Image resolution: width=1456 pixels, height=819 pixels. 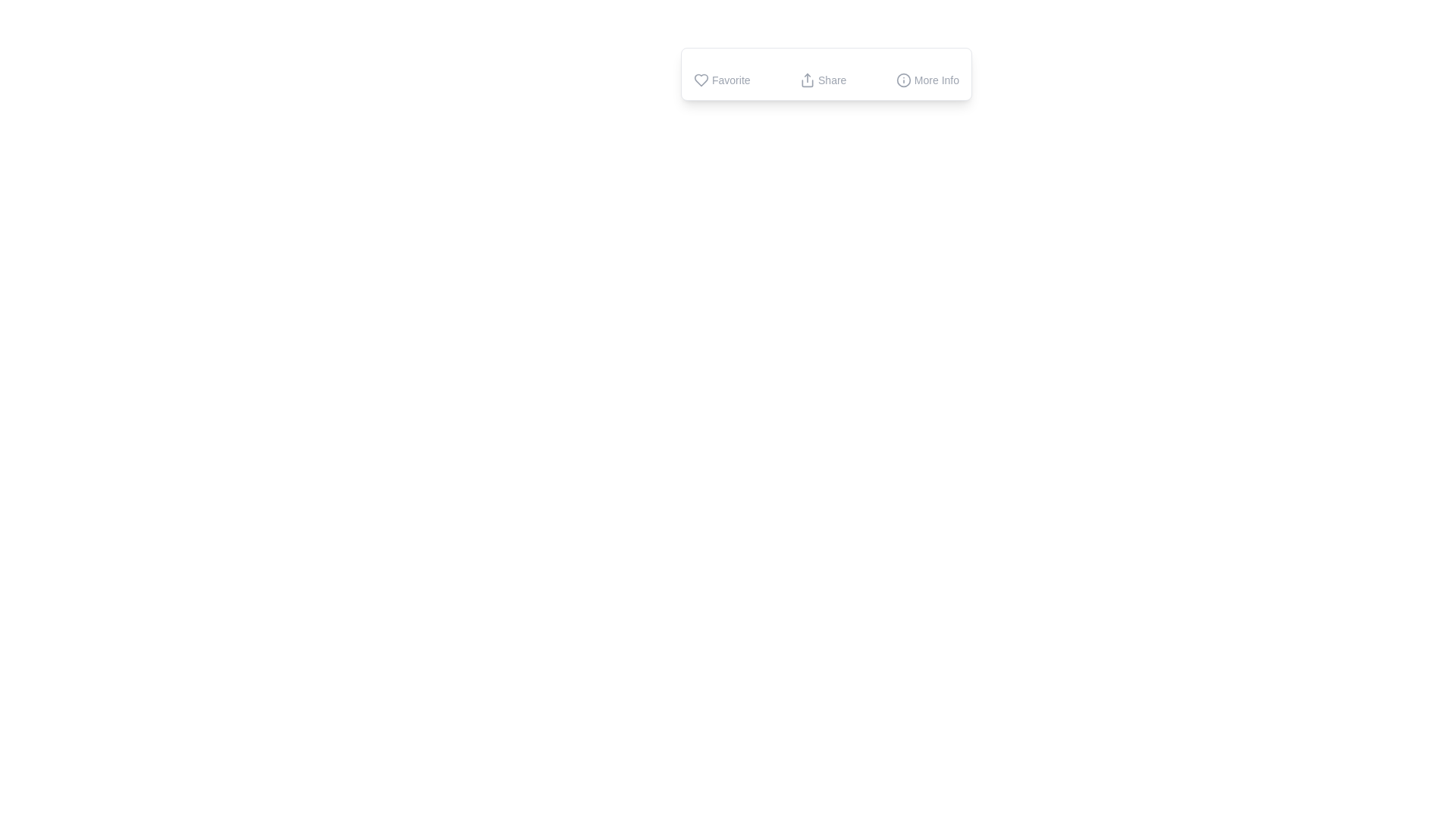 What do you see at coordinates (831, 80) in the screenshot?
I see `the 'Share' label that reinforces the user action to share content, located next to the 'Share' icon in the top right section of the centered toolbar` at bounding box center [831, 80].